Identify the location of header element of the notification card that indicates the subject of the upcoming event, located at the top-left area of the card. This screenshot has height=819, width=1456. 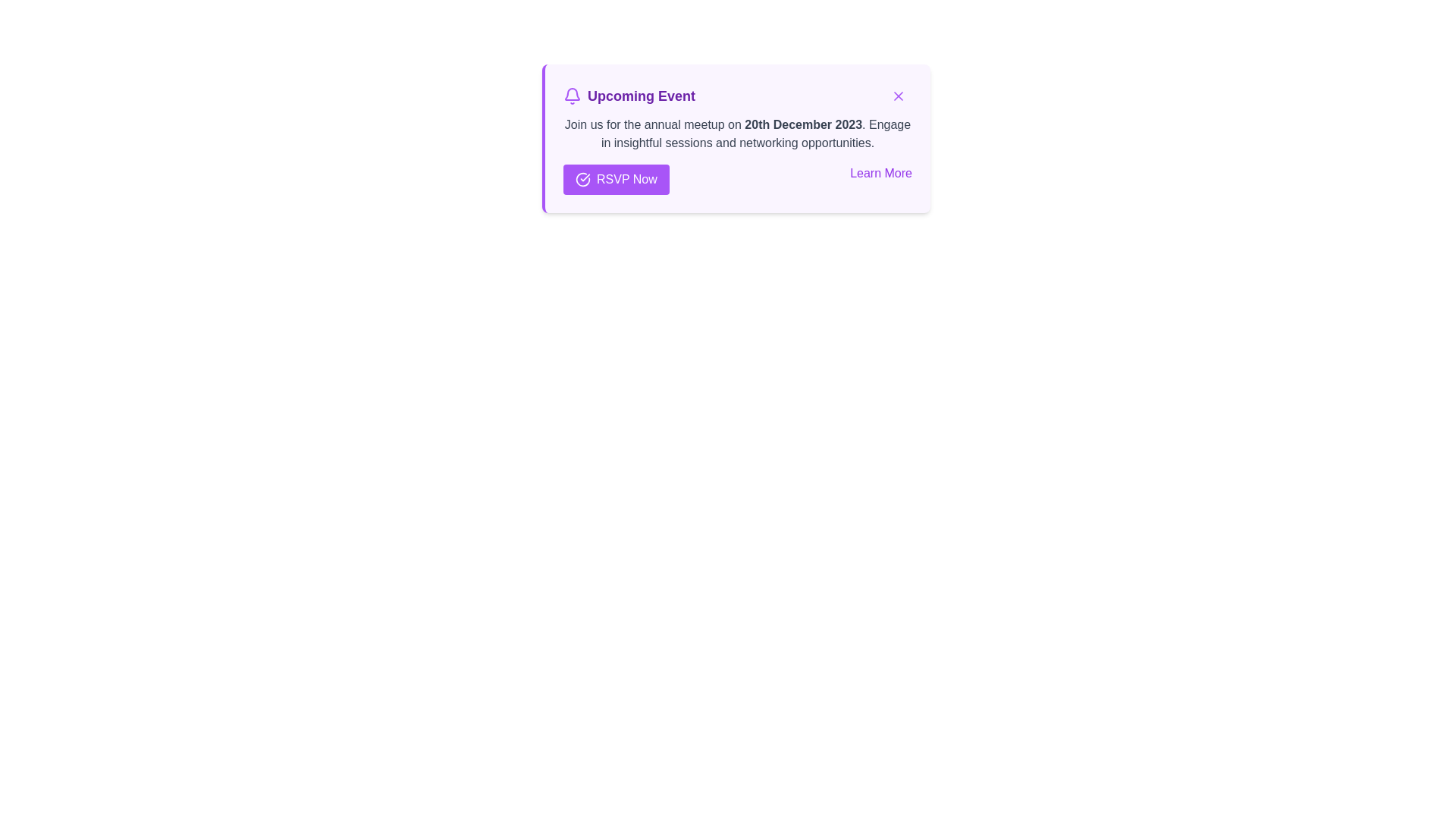
(629, 96).